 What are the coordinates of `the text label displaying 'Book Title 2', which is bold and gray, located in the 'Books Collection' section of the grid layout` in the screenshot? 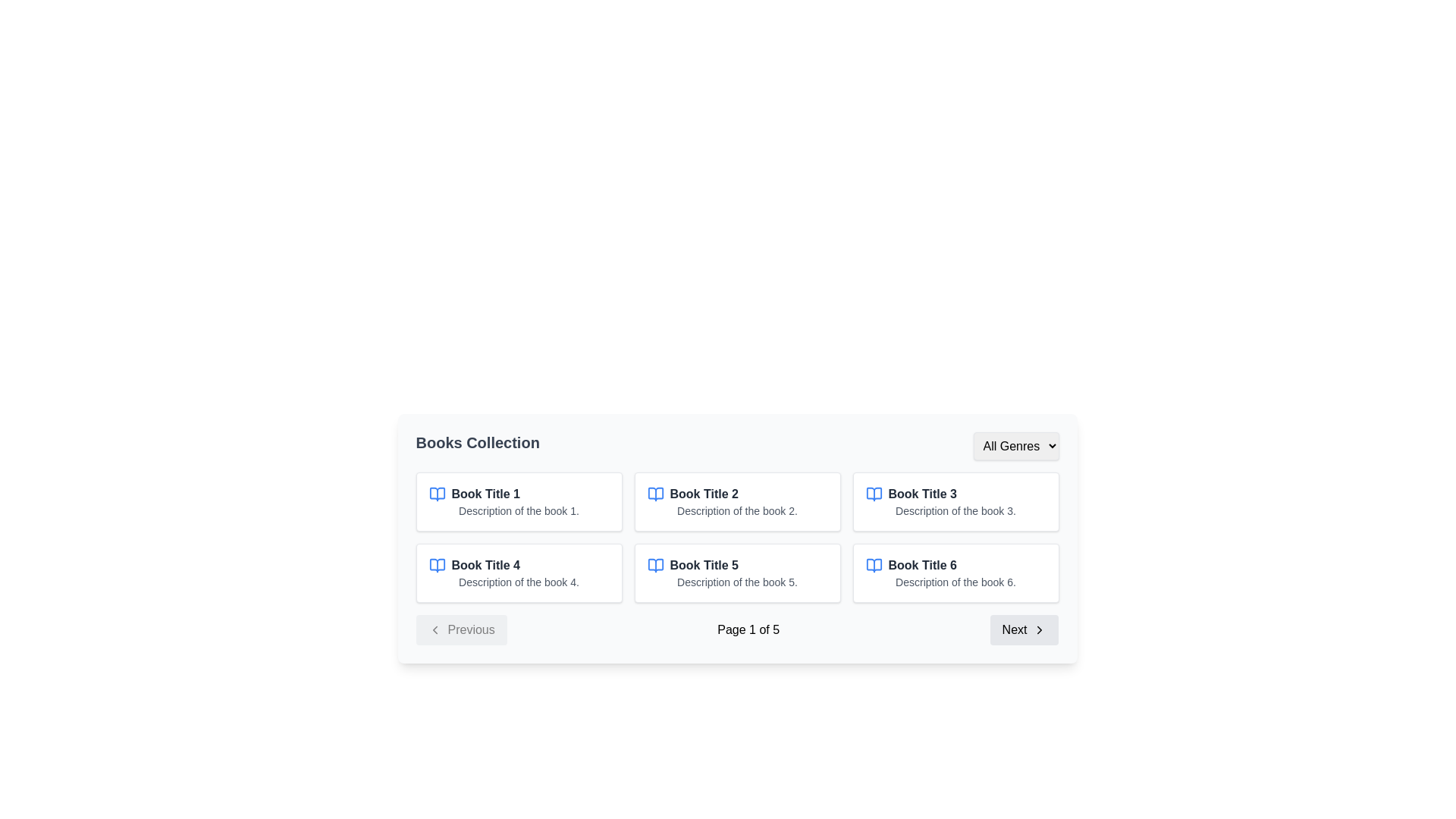 It's located at (703, 494).